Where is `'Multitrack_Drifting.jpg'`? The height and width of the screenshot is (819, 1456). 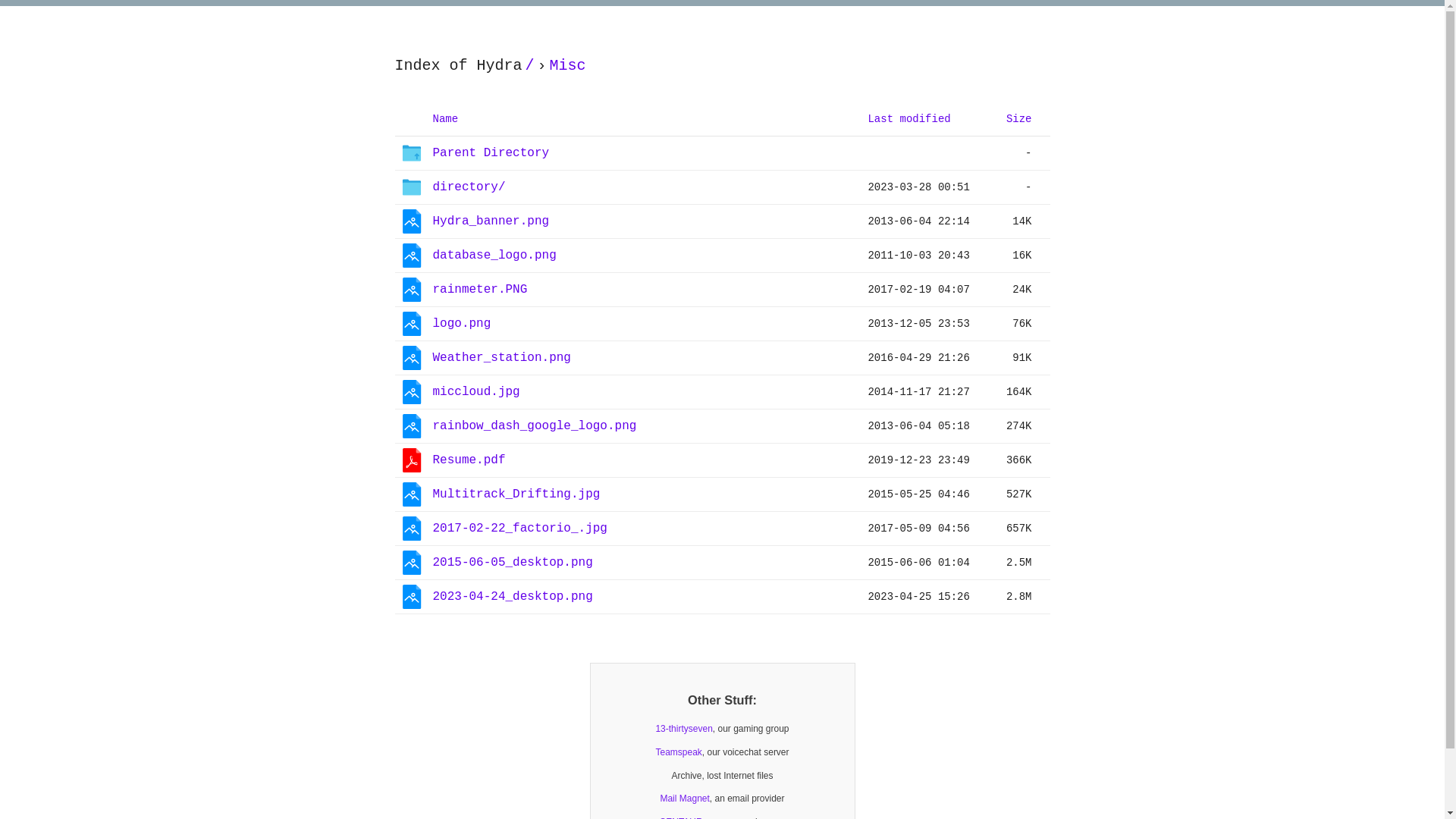 'Multitrack_Drifting.jpg' is located at coordinates (431, 494).